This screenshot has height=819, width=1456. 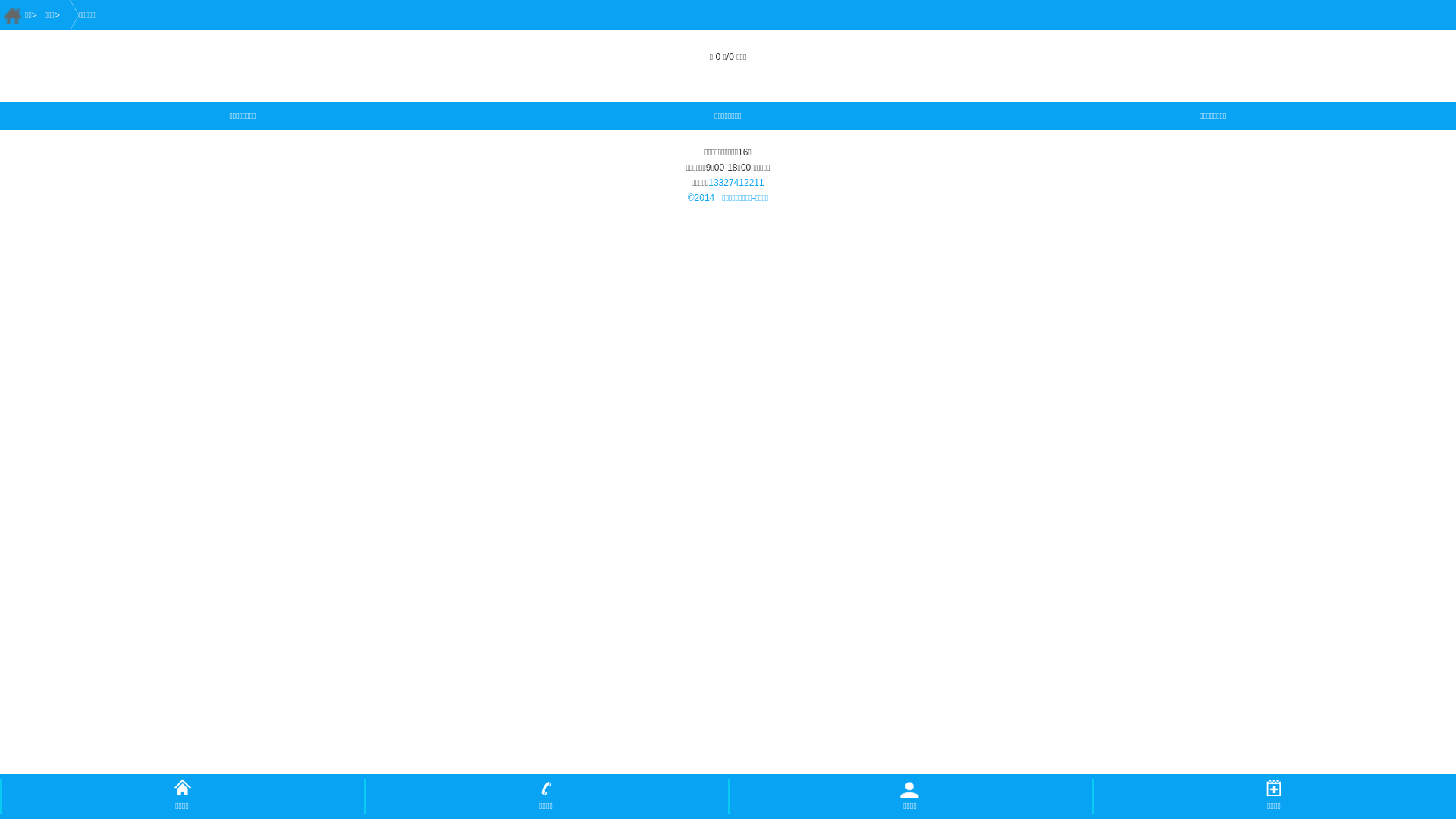 What do you see at coordinates (736, 181) in the screenshot?
I see `'13327412211'` at bounding box center [736, 181].